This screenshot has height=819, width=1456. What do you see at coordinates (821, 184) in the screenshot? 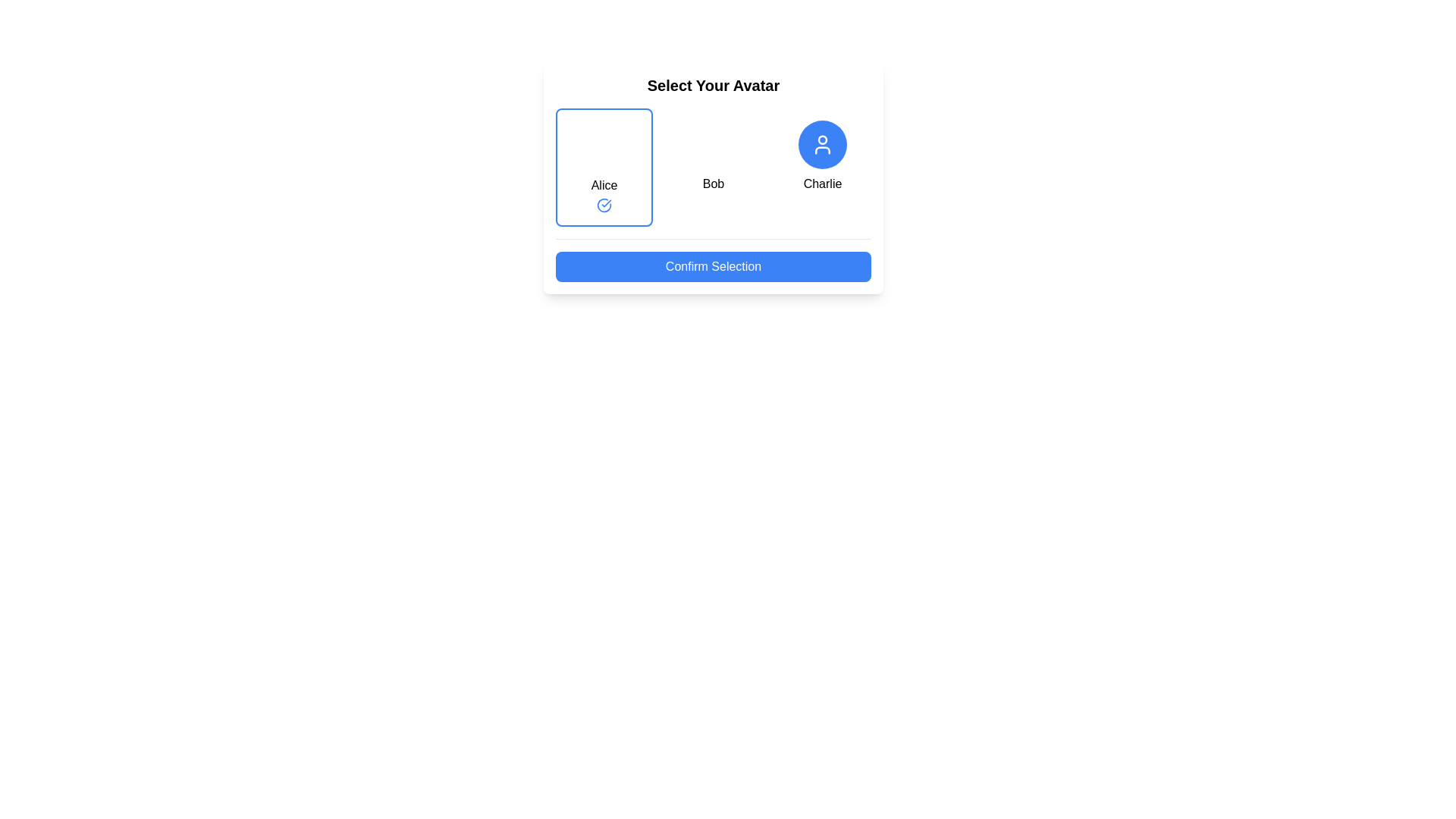
I see `the text label displaying the name 'Charlie', which is styled with a medium font weight and is positioned below a circular icon with a blue background and a white user silhouette, as part of the third item in a horizontal list of selectable avatar options` at bounding box center [821, 184].